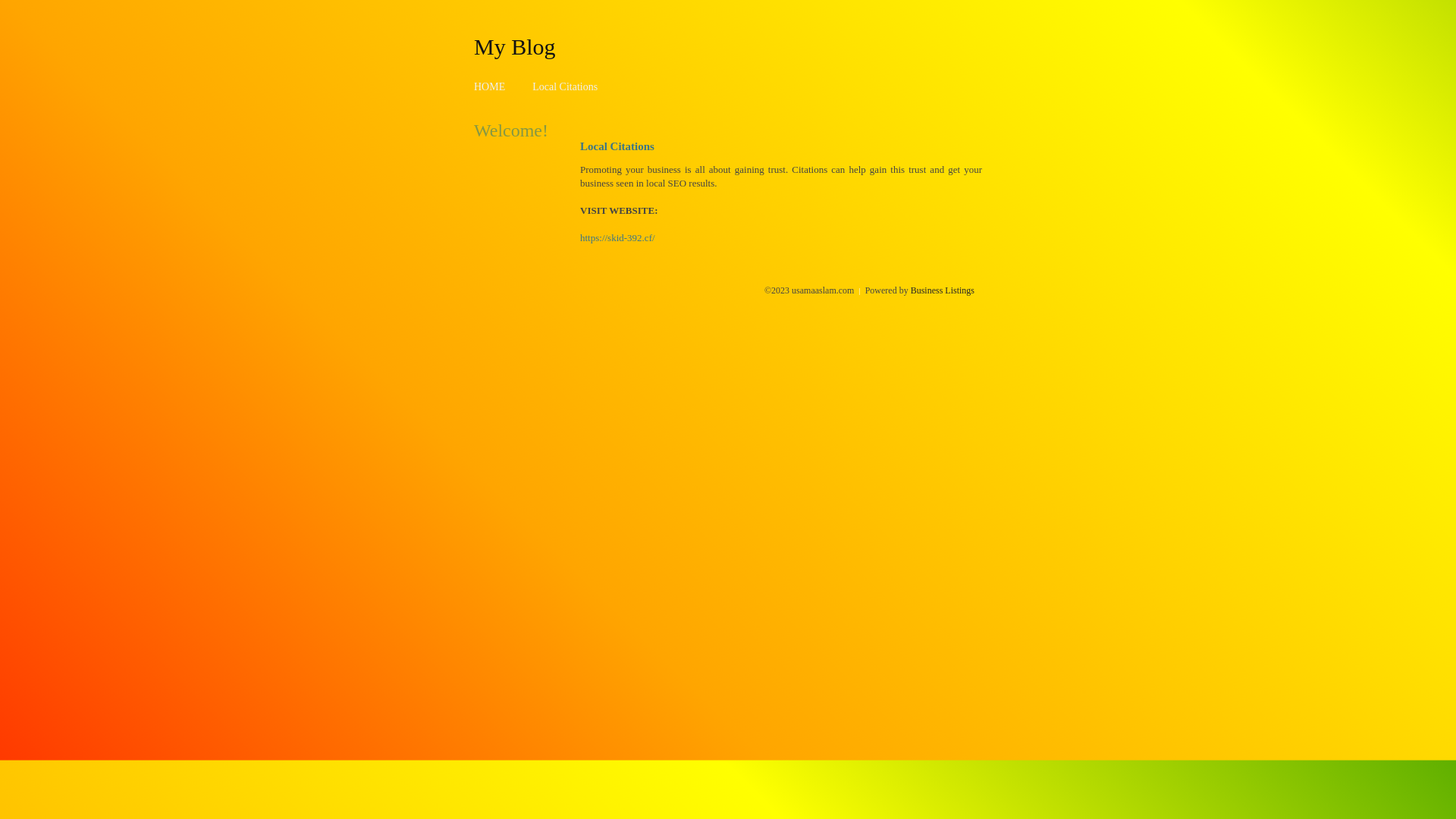  I want to click on 'HOME', so click(489, 86).